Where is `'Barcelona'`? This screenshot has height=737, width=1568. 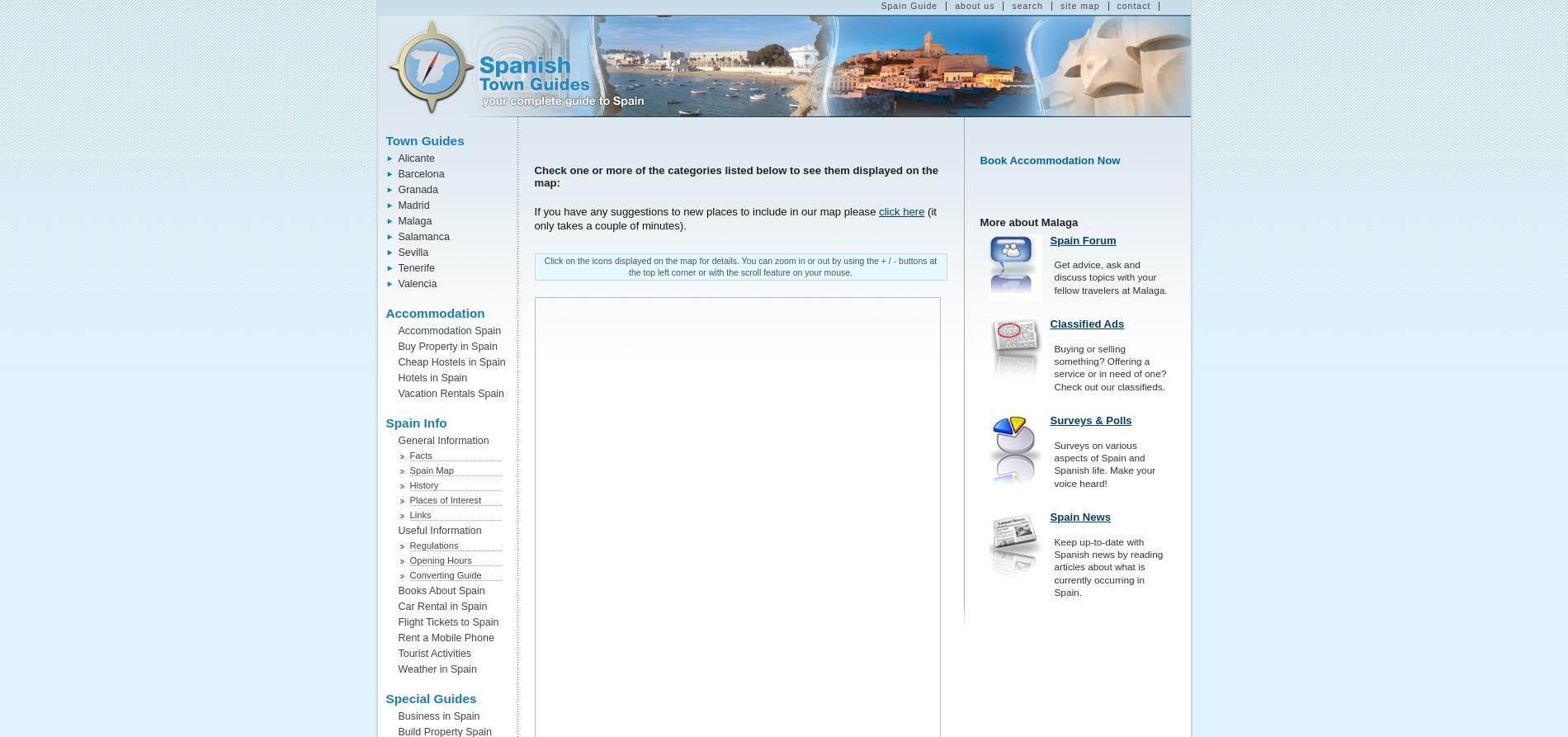
'Barcelona' is located at coordinates (420, 173).